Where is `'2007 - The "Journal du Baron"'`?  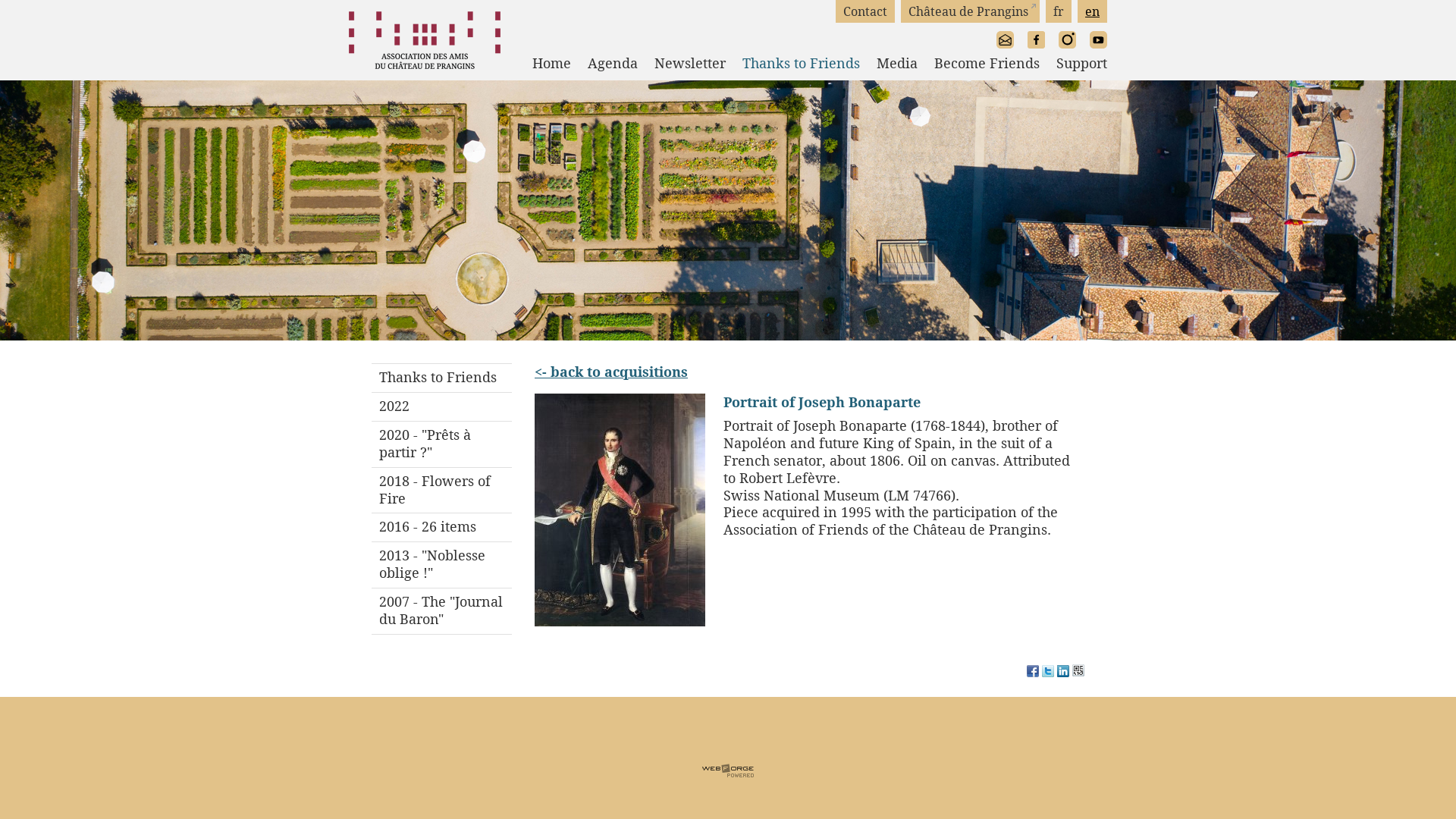
'2007 - The "Journal du Baron"' is located at coordinates (441, 610).